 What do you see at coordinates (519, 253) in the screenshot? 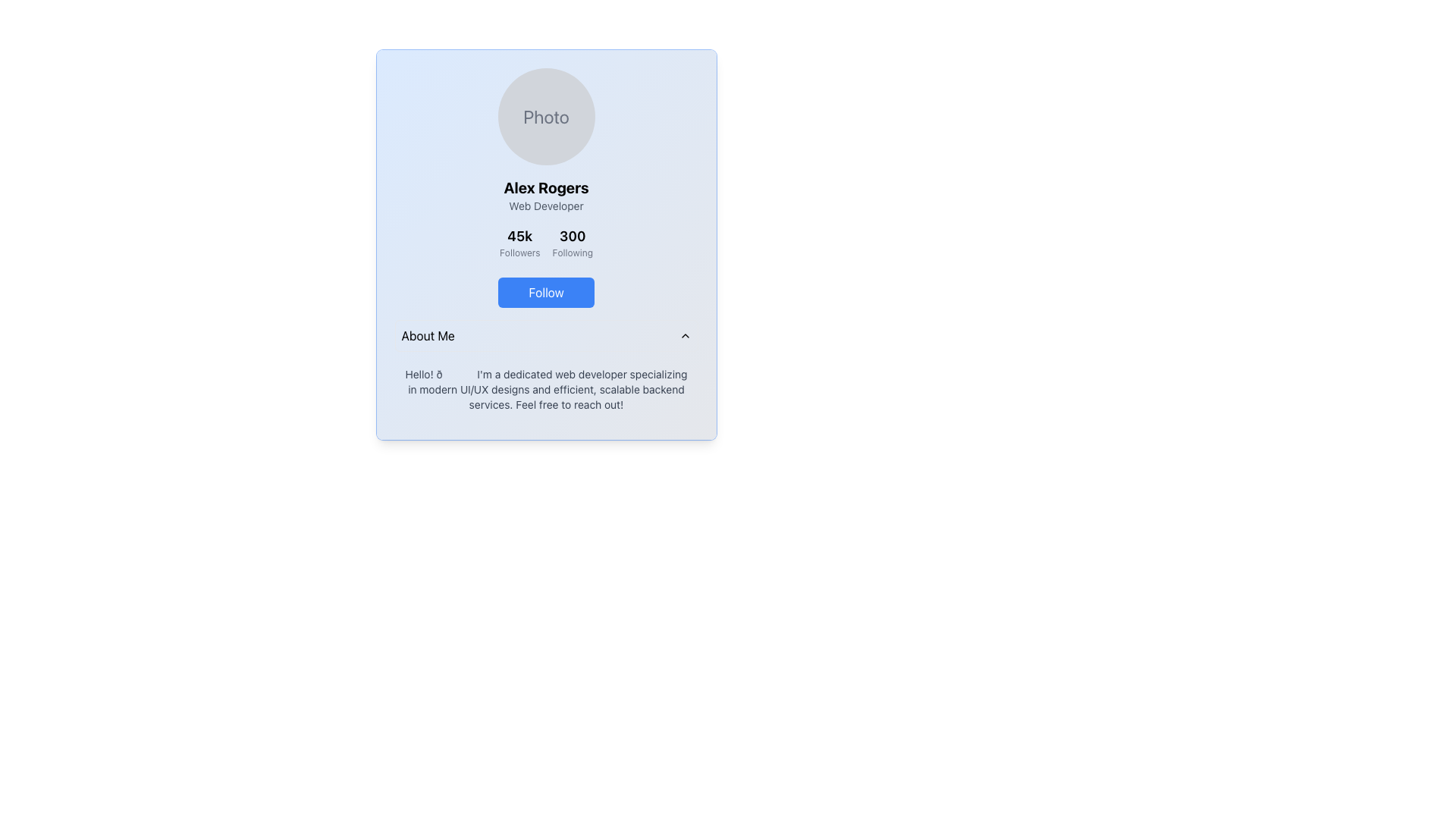
I see `the text label displaying 'Followers' which is in gray font below '45k' and to the left of '300'` at bounding box center [519, 253].